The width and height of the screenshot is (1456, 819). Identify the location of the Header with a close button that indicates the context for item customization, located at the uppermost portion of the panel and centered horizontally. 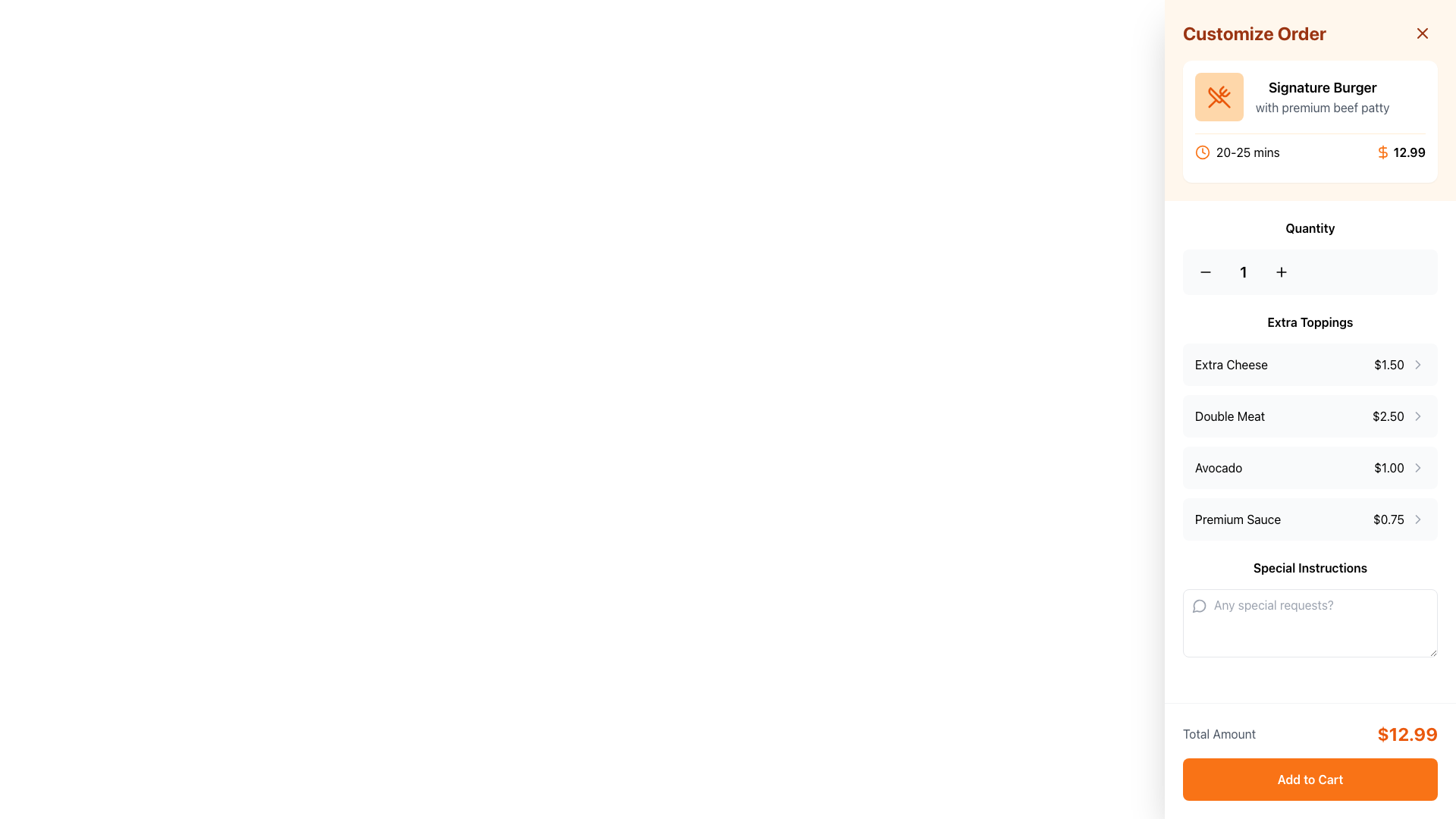
(1310, 33).